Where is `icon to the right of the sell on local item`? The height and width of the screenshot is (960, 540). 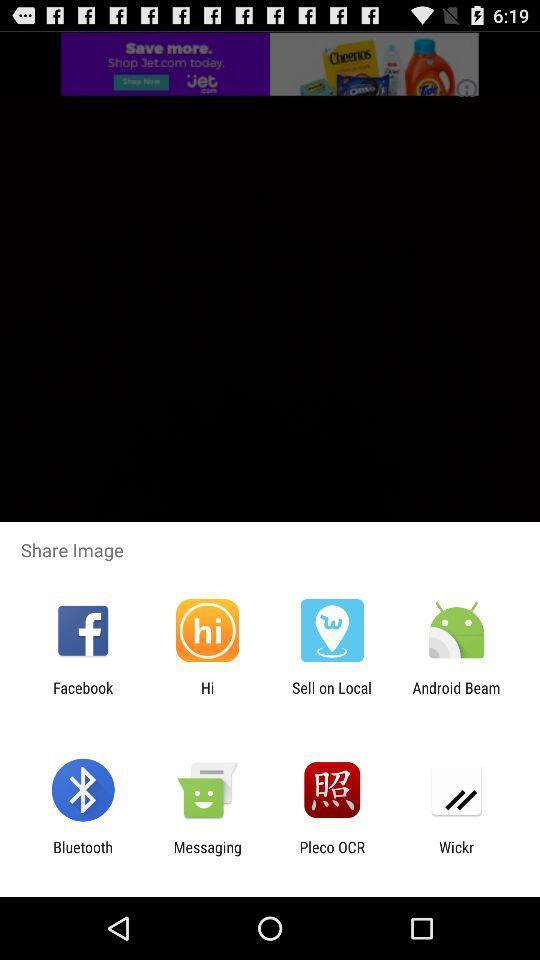 icon to the right of the sell on local item is located at coordinates (456, 696).